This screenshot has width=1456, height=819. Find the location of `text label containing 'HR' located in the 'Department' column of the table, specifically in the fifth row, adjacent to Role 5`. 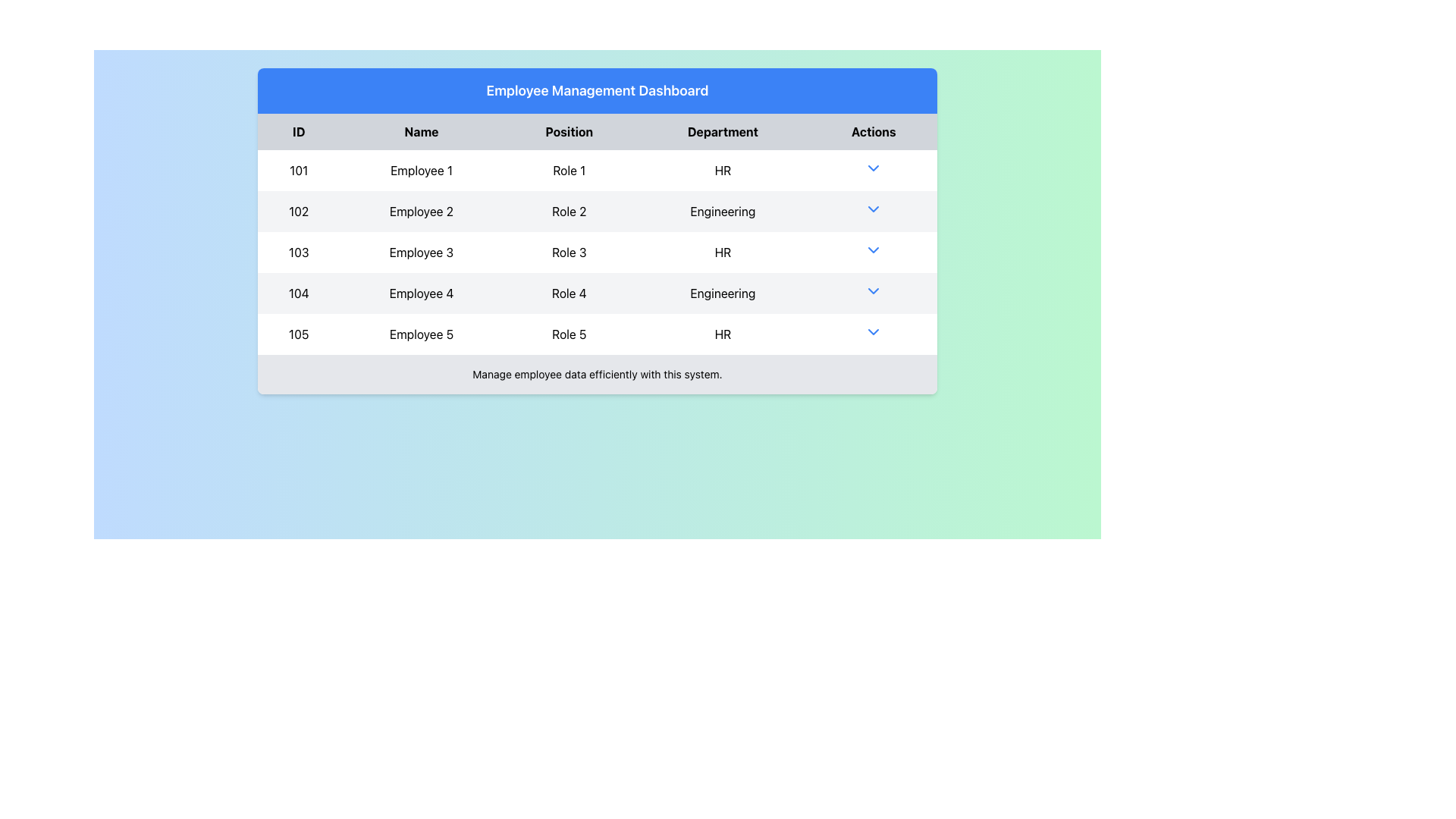

text label containing 'HR' located in the 'Department' column of the table, specifically in the fifth row, adjacent to Role 5 is located at coordinates (722, 333).